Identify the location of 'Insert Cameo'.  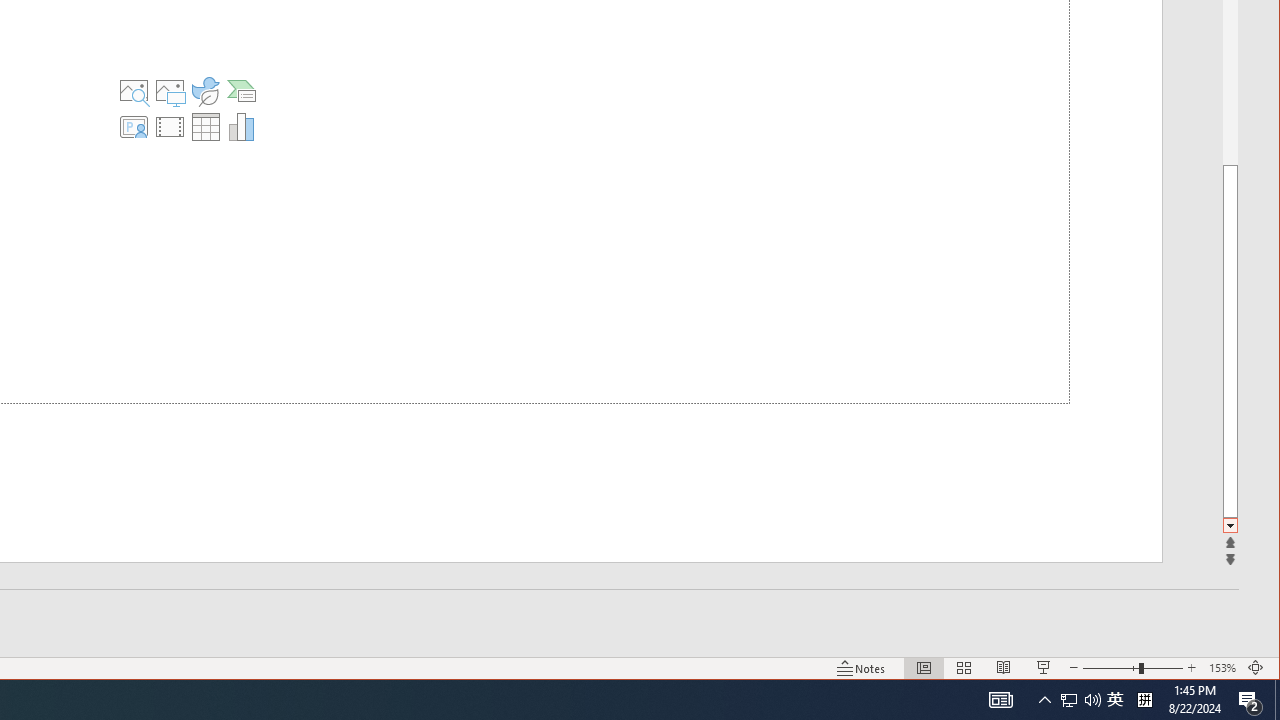
(132, 127).